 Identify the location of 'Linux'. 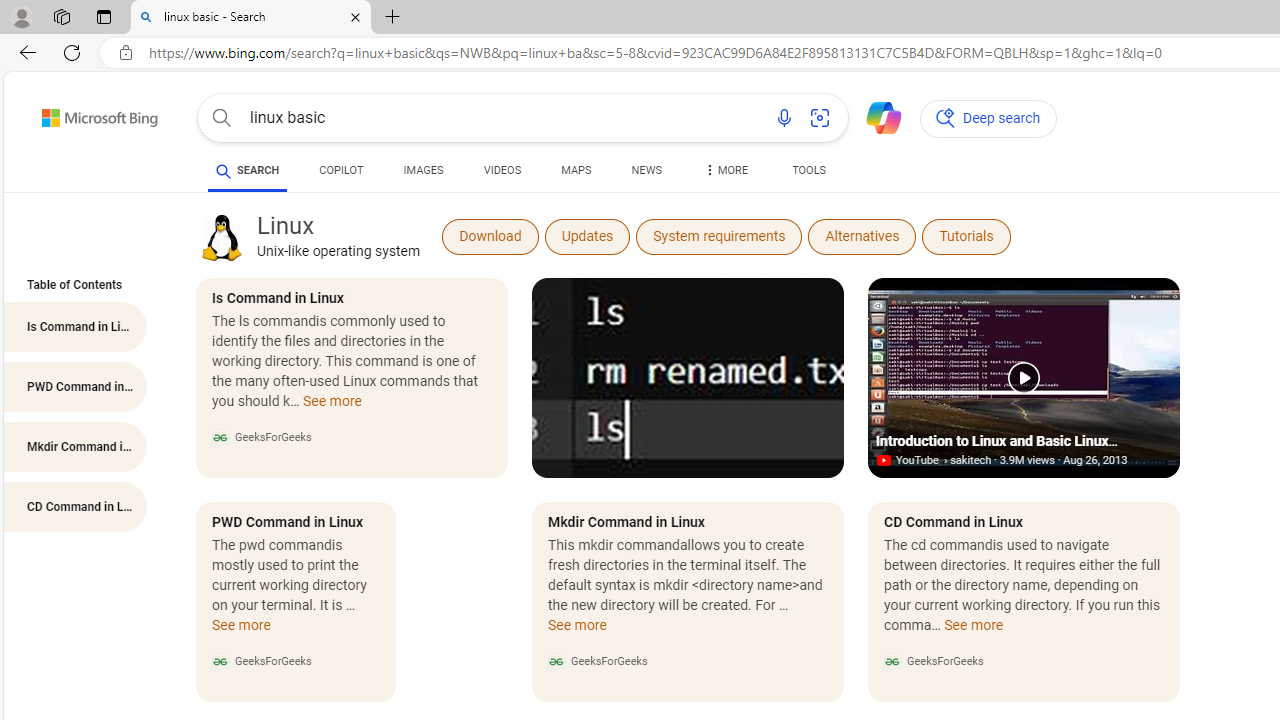
(221, 236).